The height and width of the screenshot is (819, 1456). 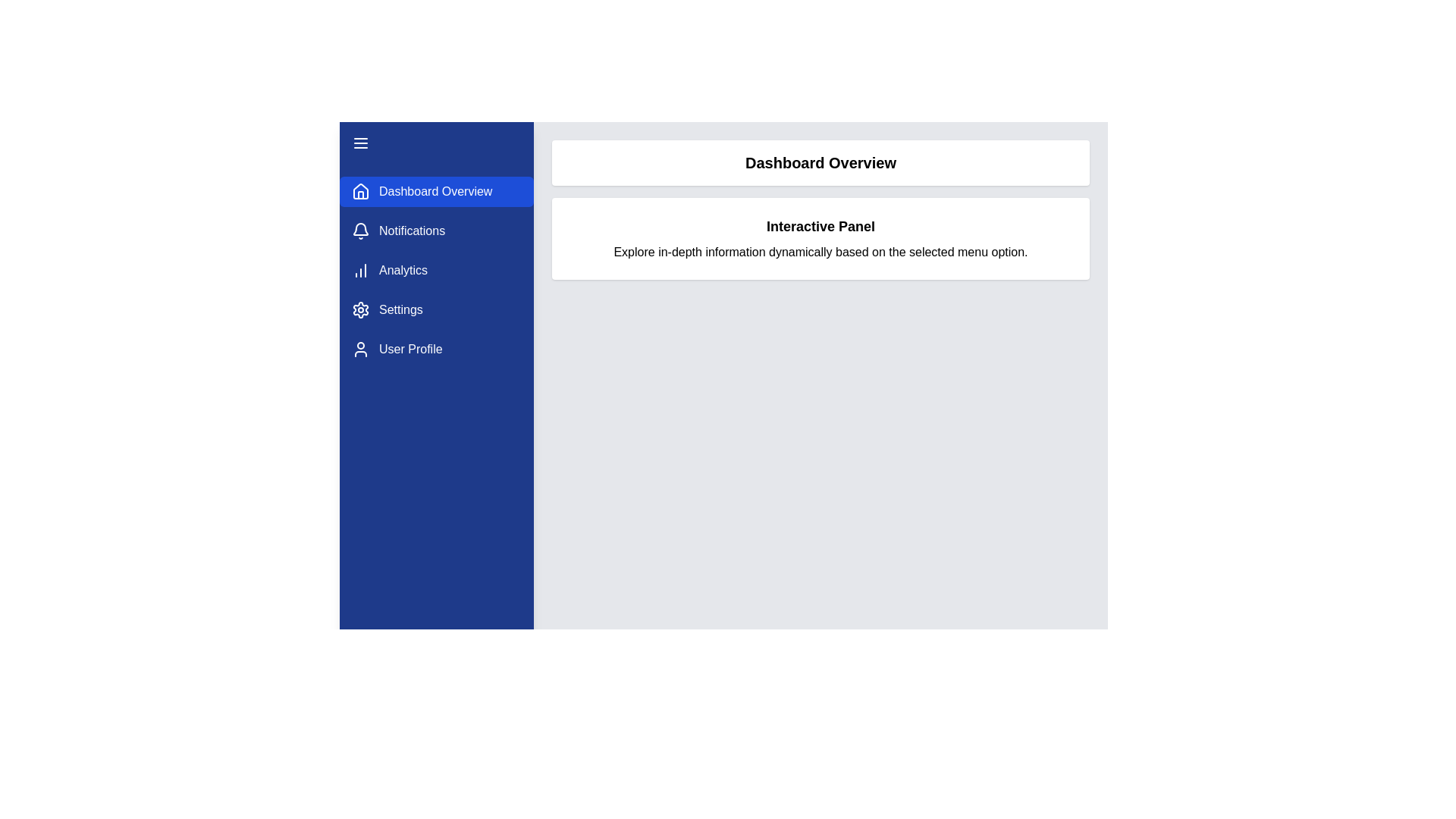 I want to click on the cogwheel-shaped icon located in the left navigation menu next to the 'Settings' label, so click(x=359, y=309).